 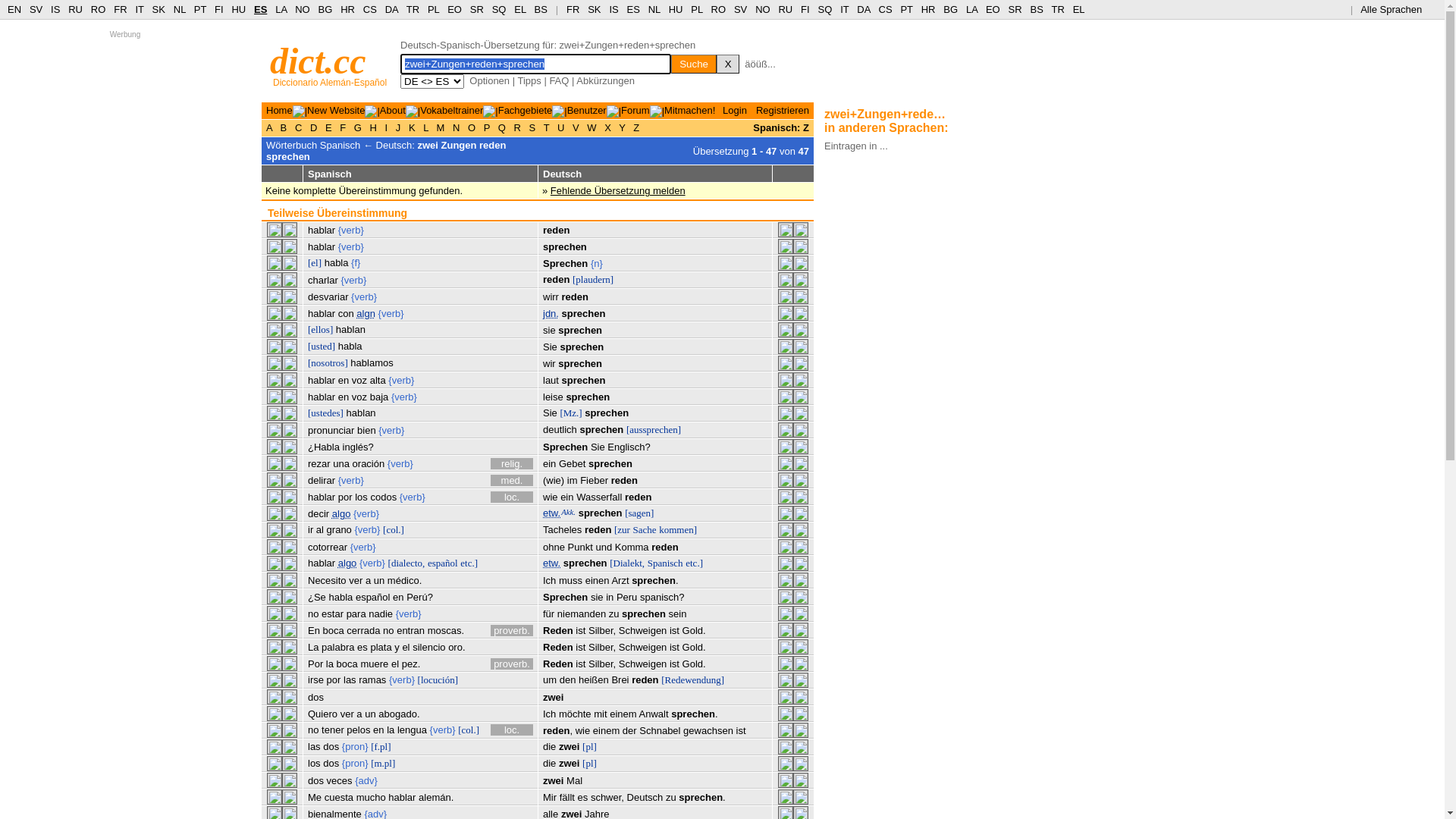 What do you see at coordinates (585, 563) in the screenshot?
I see `'sprechen'` at bounding box center [585, 563].